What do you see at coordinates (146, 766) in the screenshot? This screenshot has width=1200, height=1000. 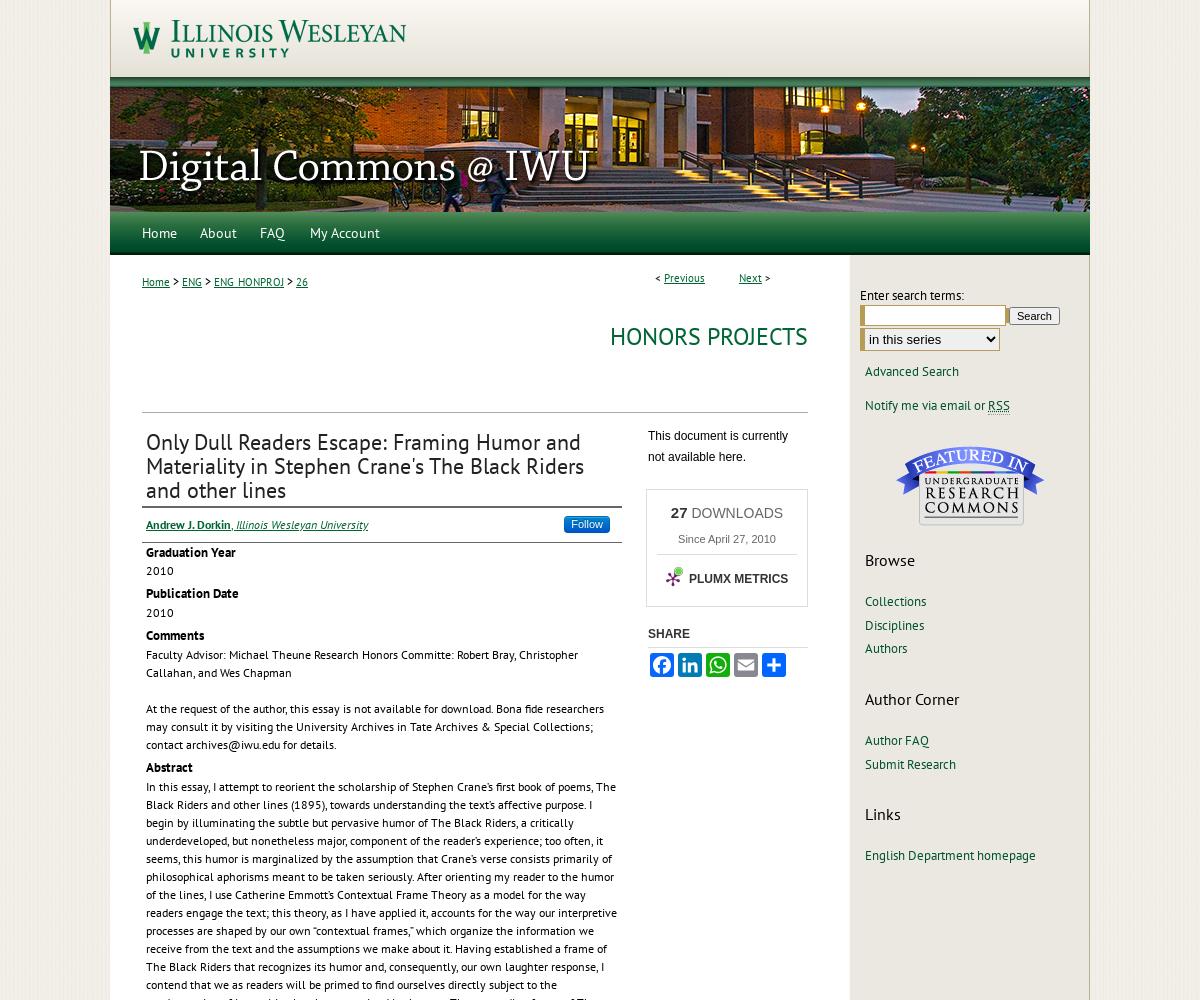 I see `'Abstract'` at bounding box center [146, 766].